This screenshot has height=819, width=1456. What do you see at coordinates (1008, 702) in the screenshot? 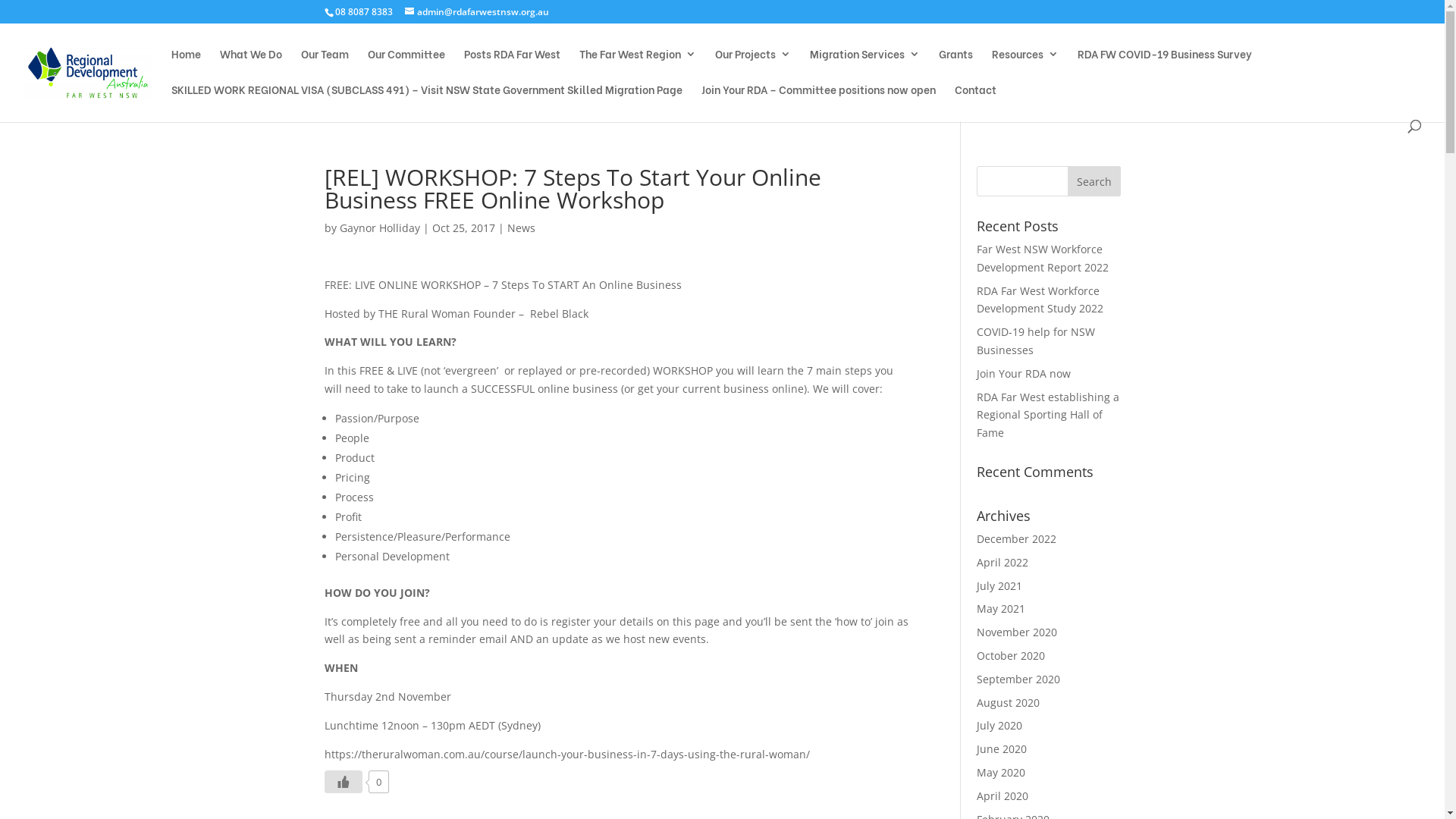
I see `'August 2020'` at bounding box center [1008, 702].